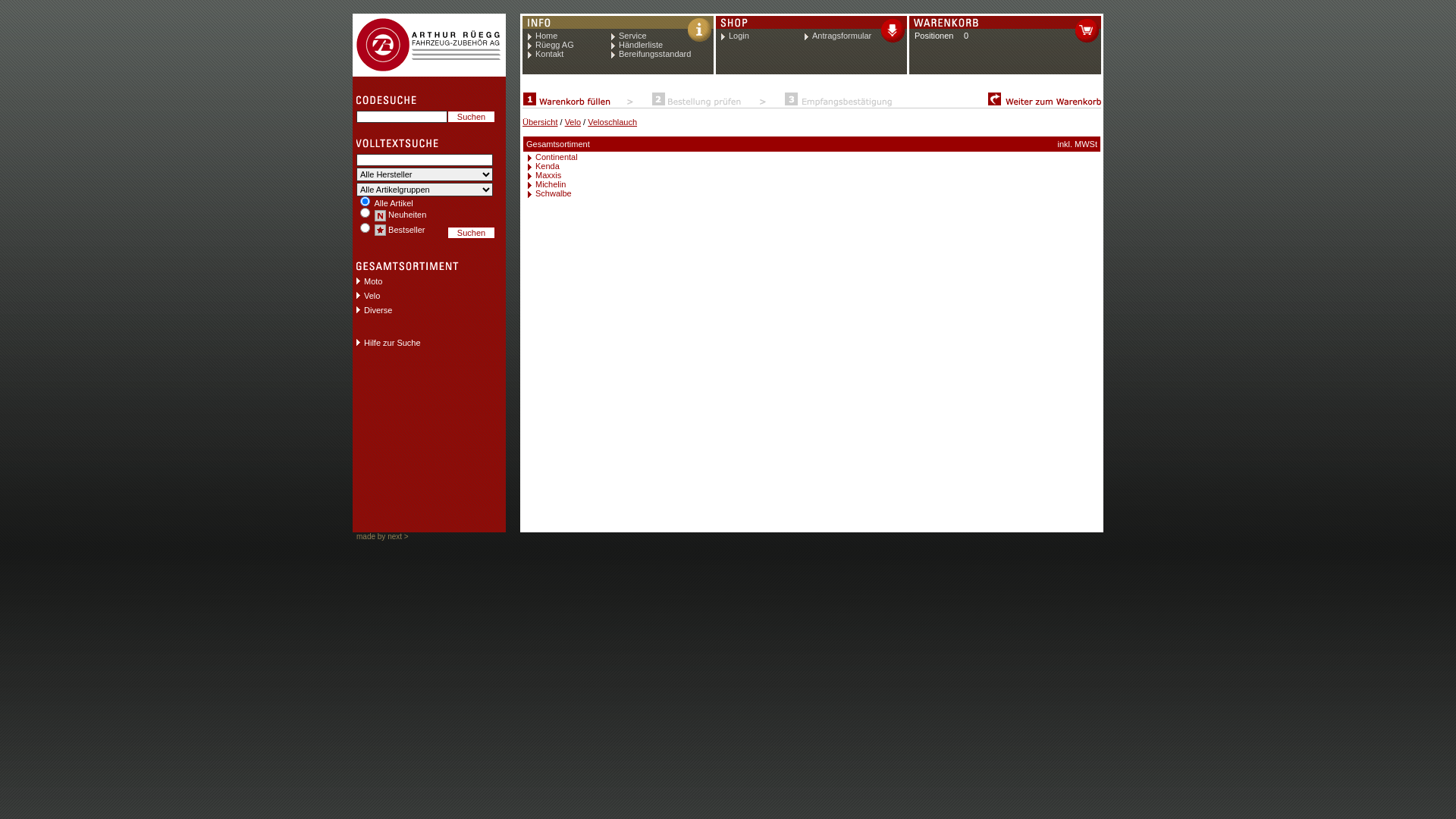 Image resolution: width=1456 pixels, height=819 pixels. I want to click on 'Antragsformular', so click(854, 34).